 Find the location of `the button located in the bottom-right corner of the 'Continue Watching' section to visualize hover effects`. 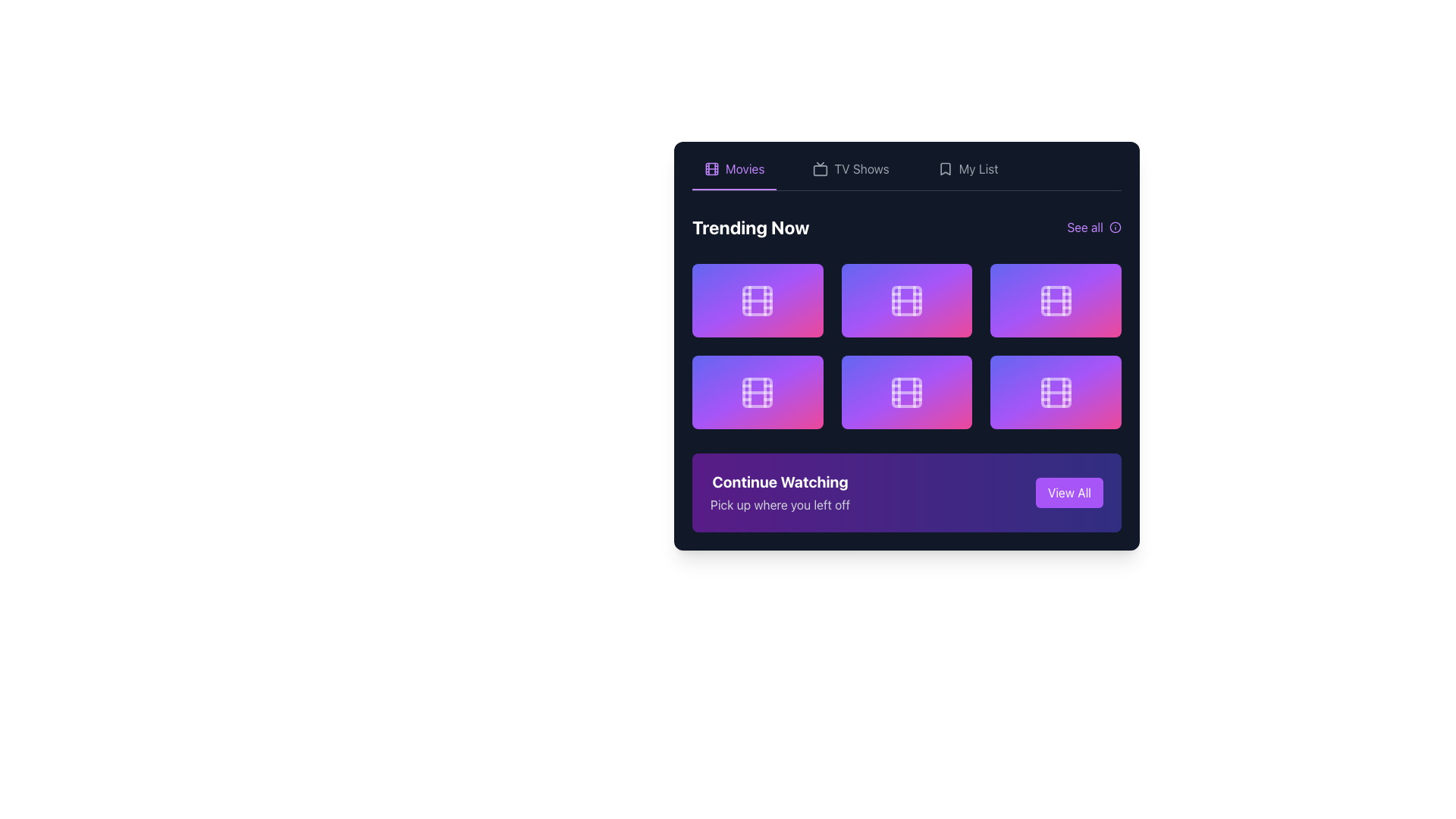

the button located in the bottom-right corner of the 'Continue Watching' section to visualize hover effects is located at coordinates (1068, 493).